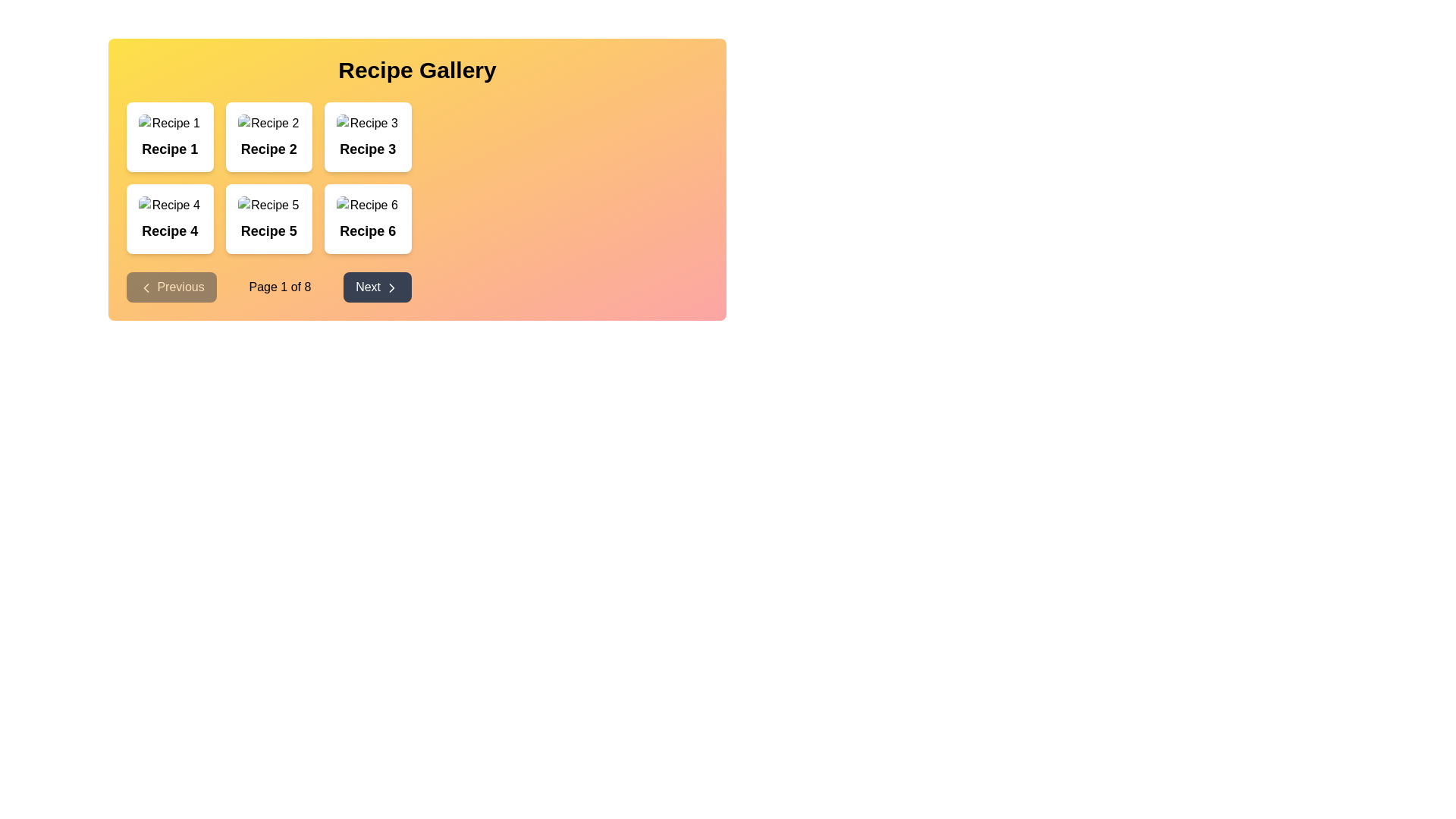 The height and width of the screenshot is (819, 1456). What do you see at coordinates (146, 287) in the screenshot?
I see `the backward navigation icon, which is part of the 'Previous' button located at the bottom-left of the interface` at bounding box center [146, 287].